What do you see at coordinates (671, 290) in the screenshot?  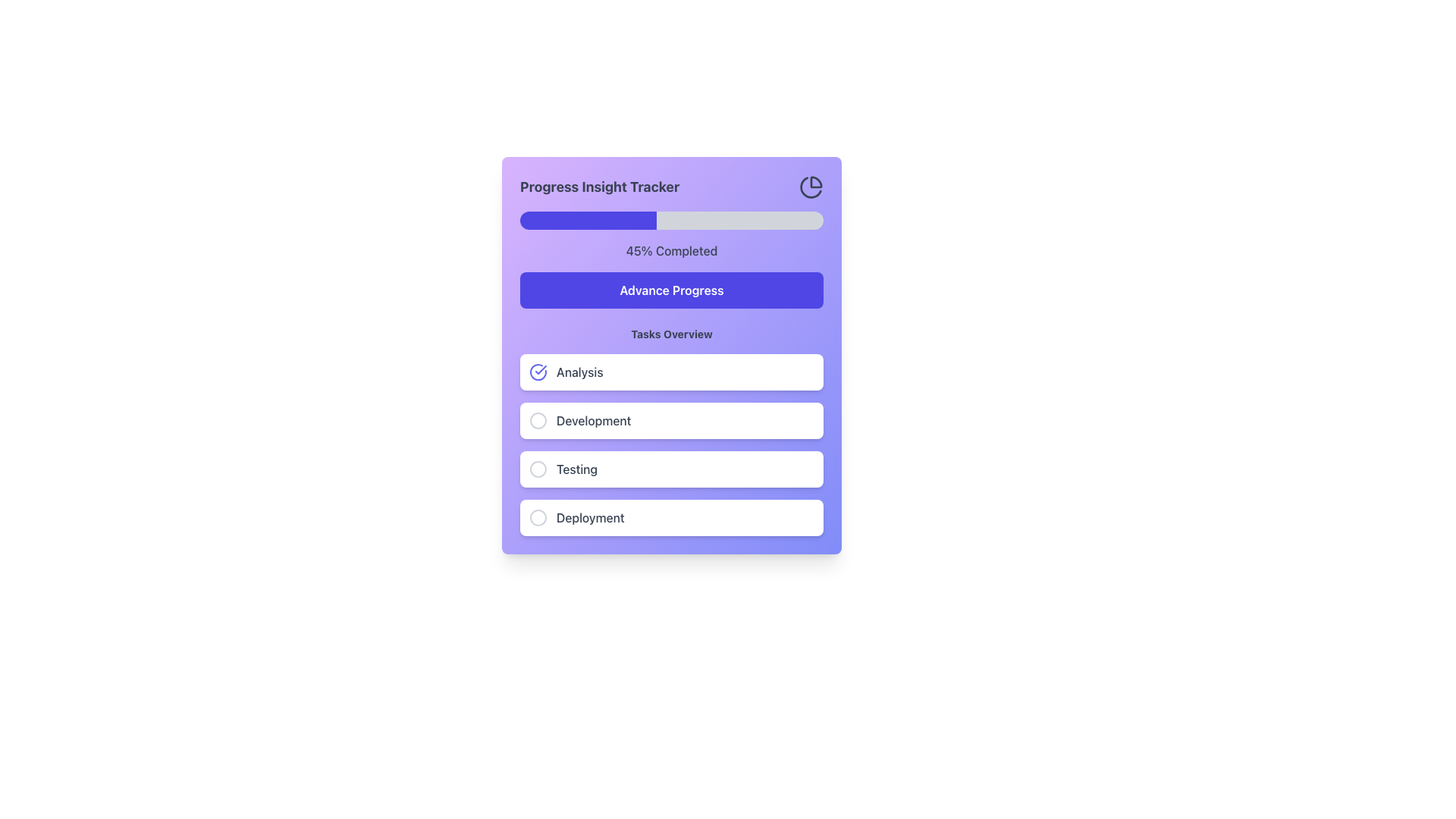 I see `the button located in the 'Progress Insight Tracker' card below the progress bar and the '45% Completed' label` at bounding box center [671, 290].